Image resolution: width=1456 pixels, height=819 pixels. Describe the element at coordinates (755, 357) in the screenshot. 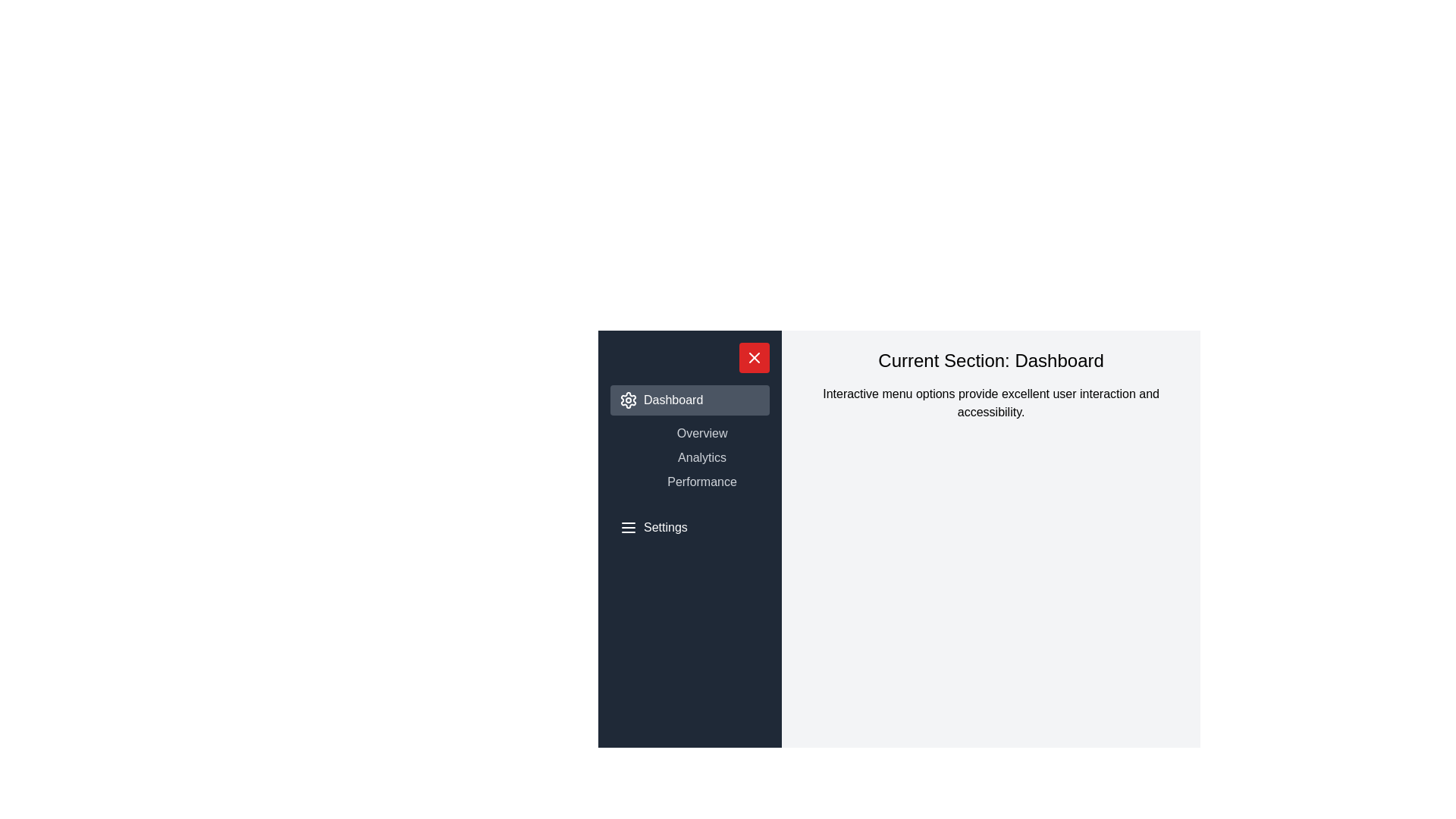

I see `the close button located at the top-right corner of the navigation sidebar` at that location.